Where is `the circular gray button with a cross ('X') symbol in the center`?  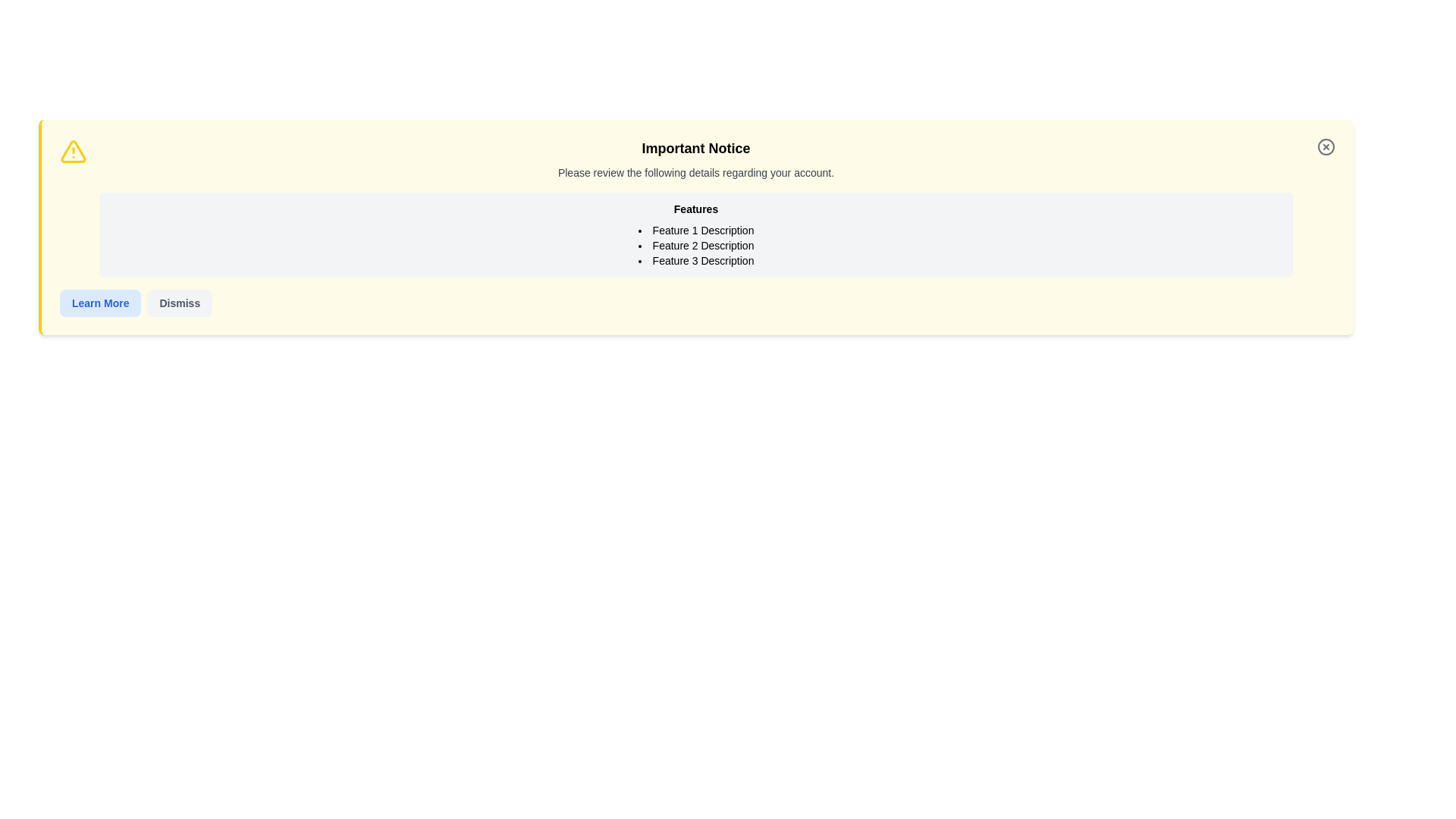
the circular gray button with a cross ('X') symbol in the center is located at coordinates (1325, 146).